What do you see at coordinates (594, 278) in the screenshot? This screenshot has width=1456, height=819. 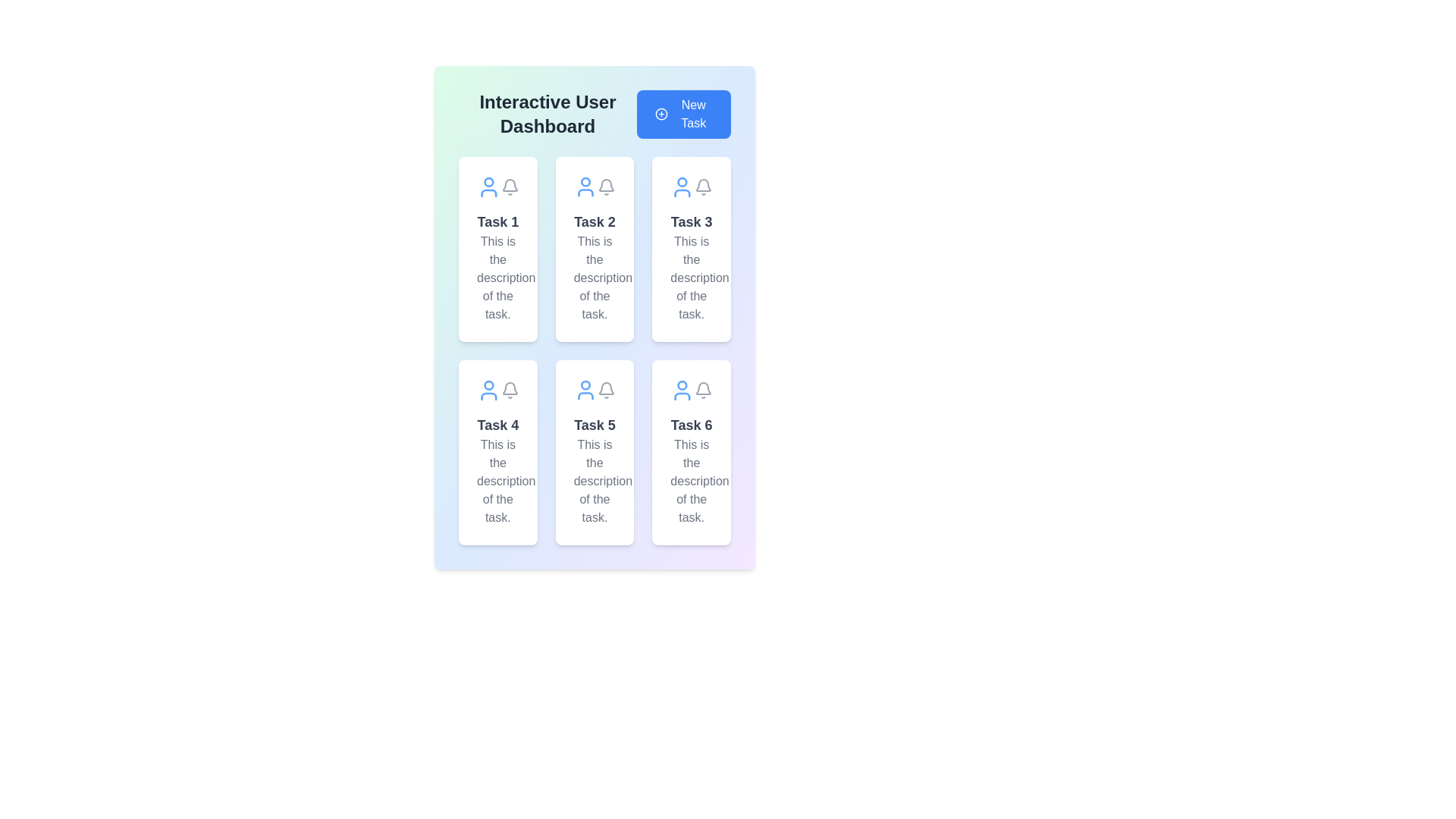 I see `the text block that reads 'This is the description of the task.' within the card labeled 'Task 2.'` at bounding box center [594, 278].